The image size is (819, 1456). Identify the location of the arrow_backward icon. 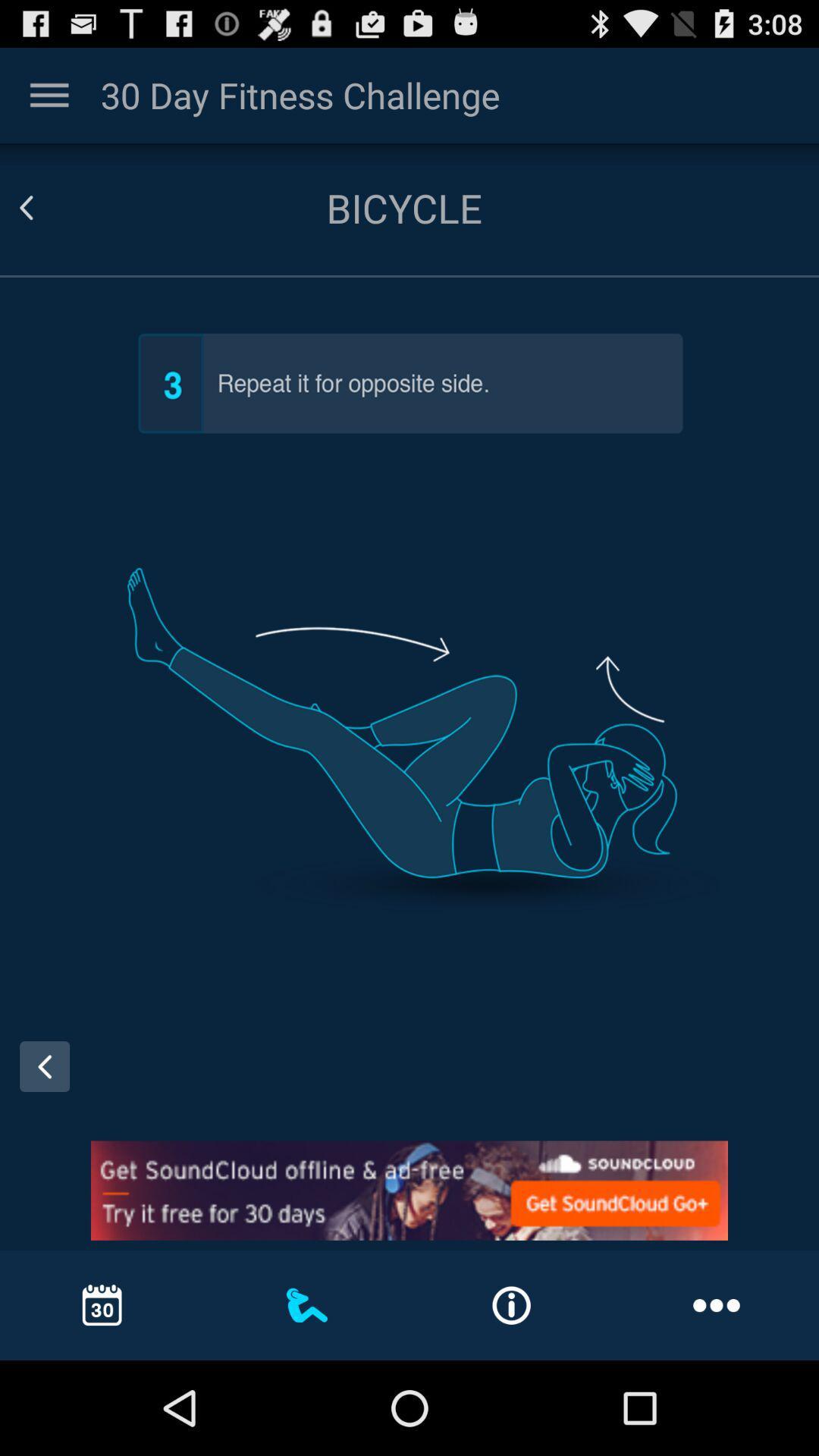
(39, 1156).